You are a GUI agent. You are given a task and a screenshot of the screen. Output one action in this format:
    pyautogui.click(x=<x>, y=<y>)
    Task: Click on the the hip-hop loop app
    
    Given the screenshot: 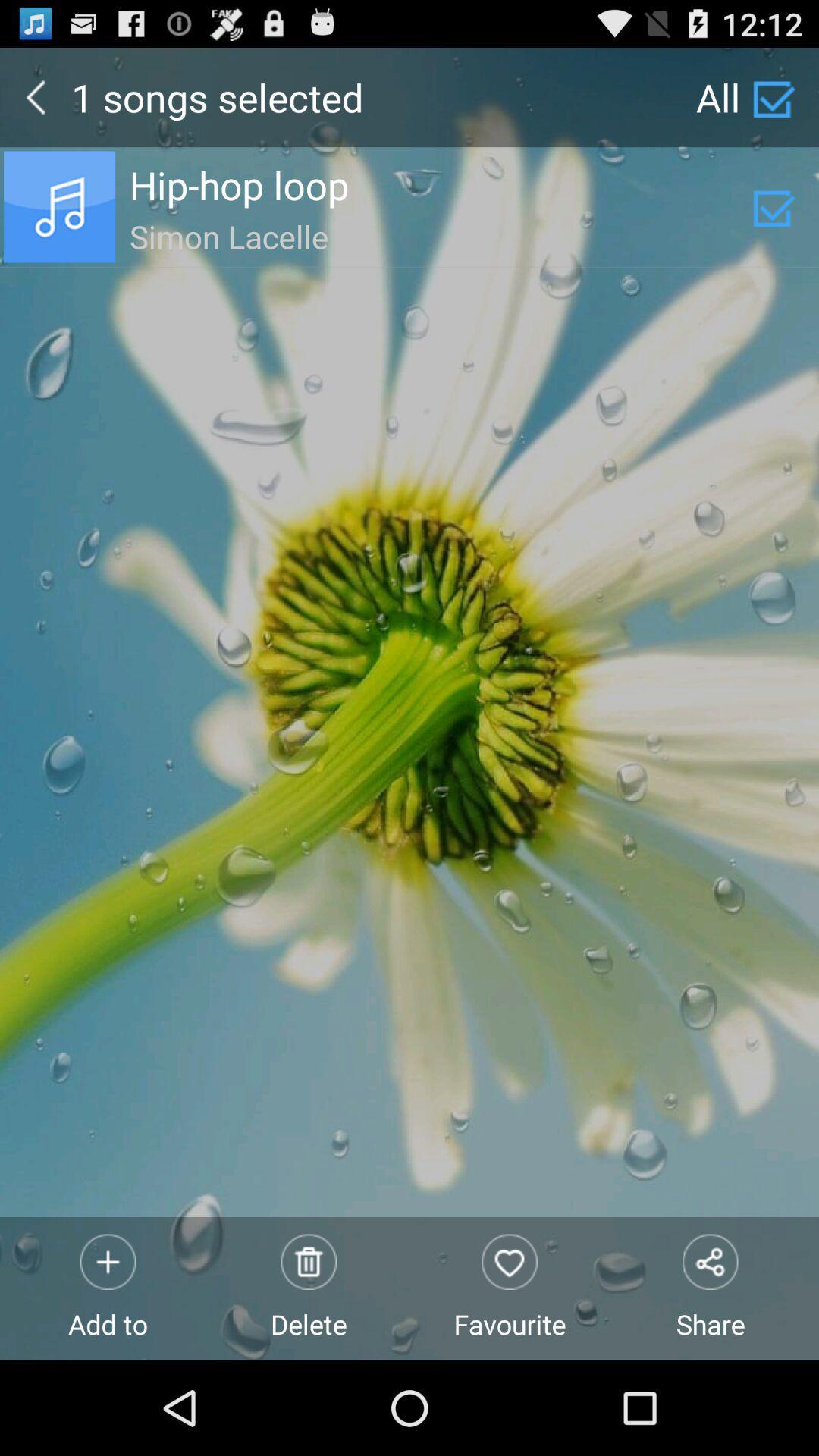 What is the action you would take?
    pyautogui.click(x=441, y=184)
    